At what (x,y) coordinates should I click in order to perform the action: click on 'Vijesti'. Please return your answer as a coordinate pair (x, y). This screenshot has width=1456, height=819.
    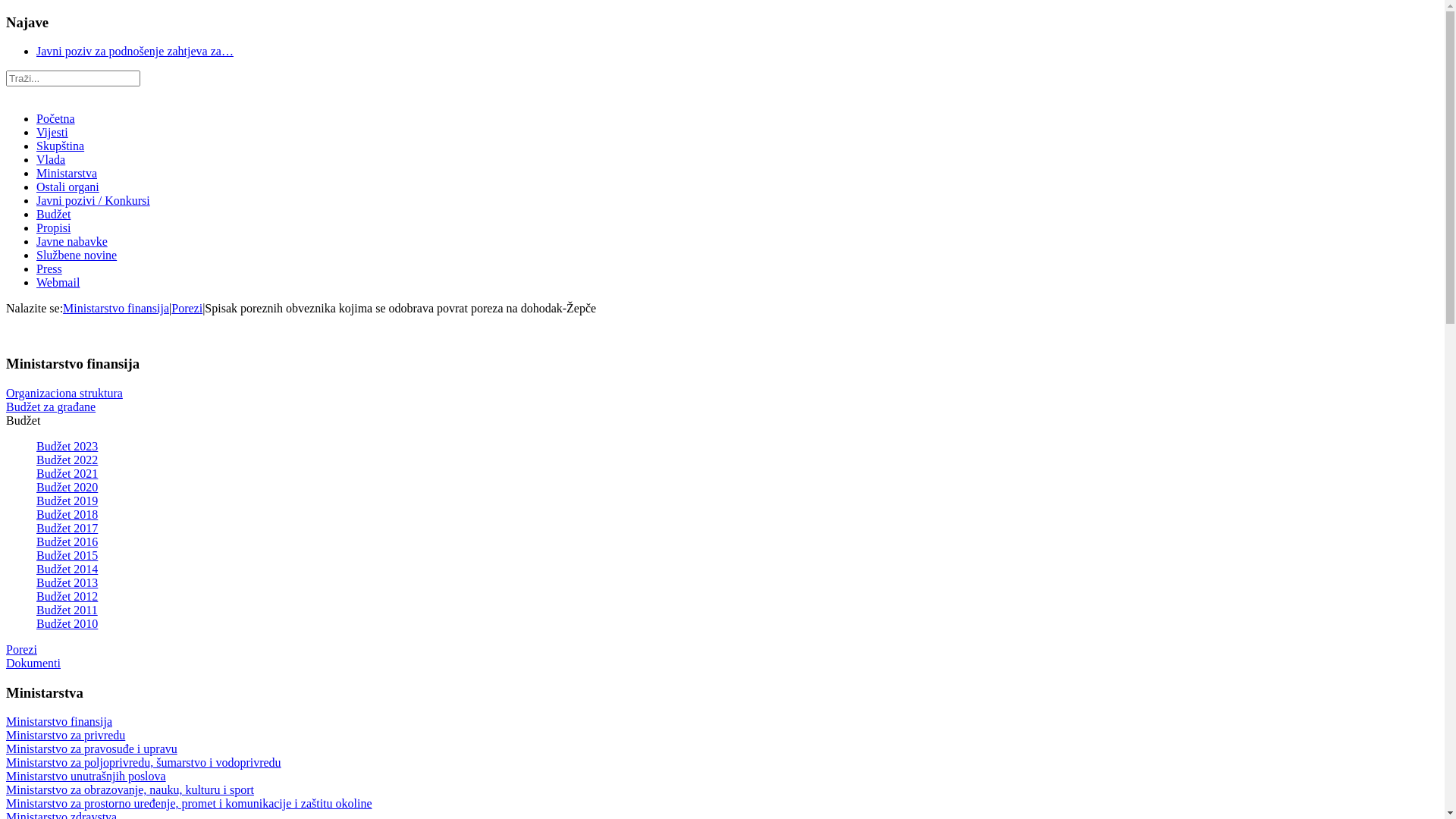
    Looking at the image, I should click on (52, 131).